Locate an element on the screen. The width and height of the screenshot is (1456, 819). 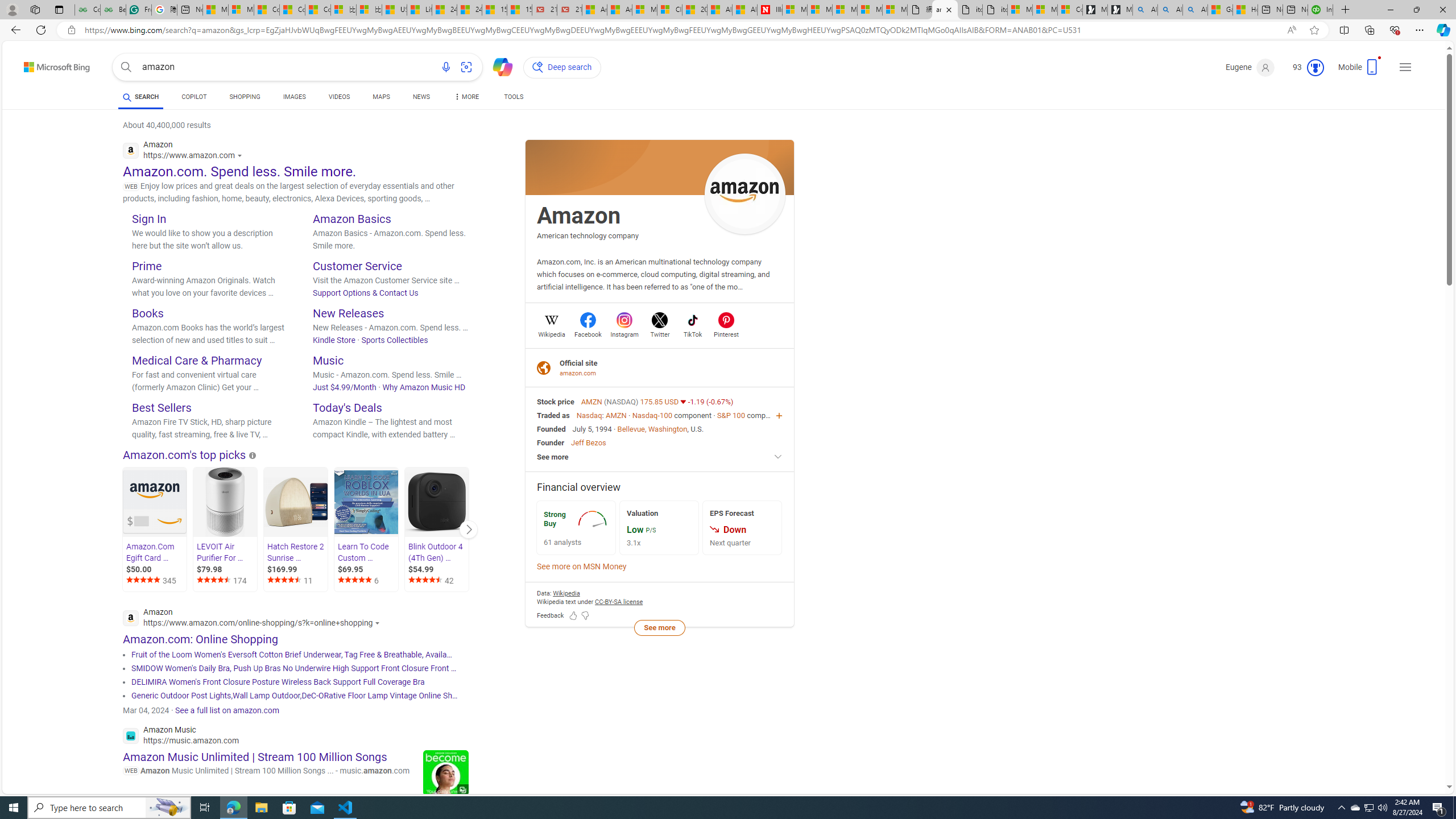
'Global web icon' is located at coordinates (130, 735).